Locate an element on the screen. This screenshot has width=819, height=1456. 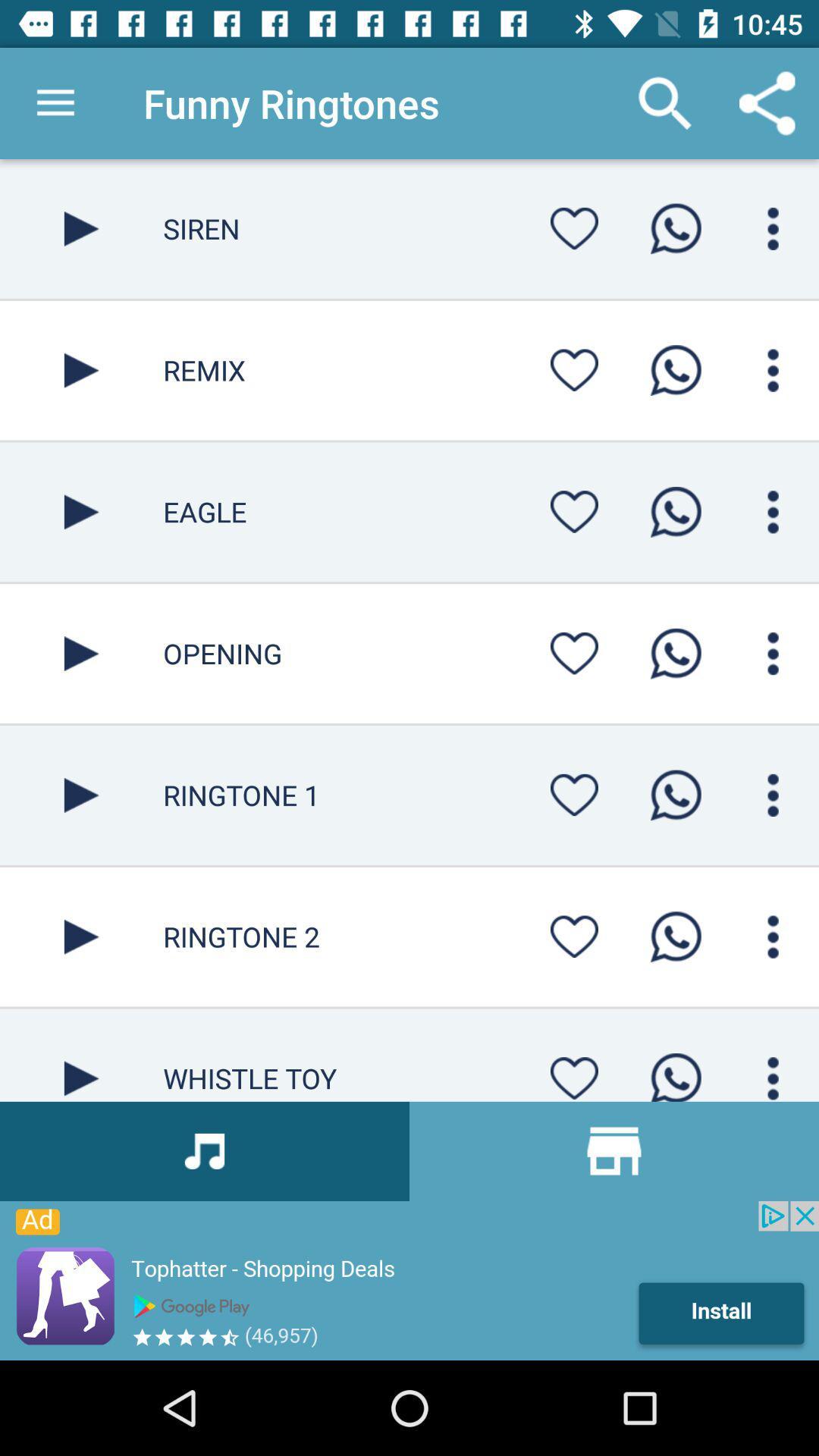
like option is located at coordinates (574, 227).